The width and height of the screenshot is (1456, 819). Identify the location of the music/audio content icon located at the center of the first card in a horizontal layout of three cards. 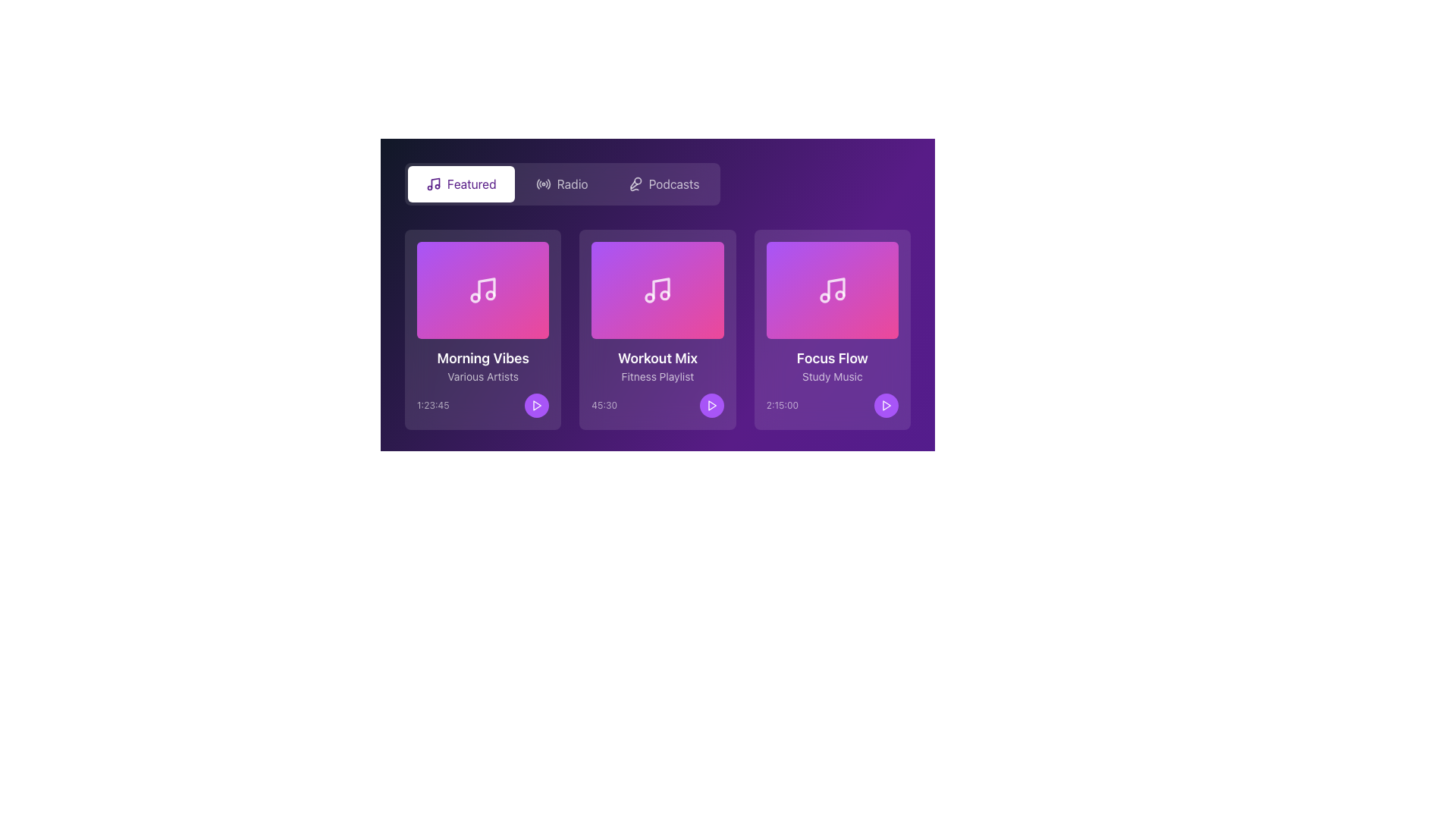
(482, 290).